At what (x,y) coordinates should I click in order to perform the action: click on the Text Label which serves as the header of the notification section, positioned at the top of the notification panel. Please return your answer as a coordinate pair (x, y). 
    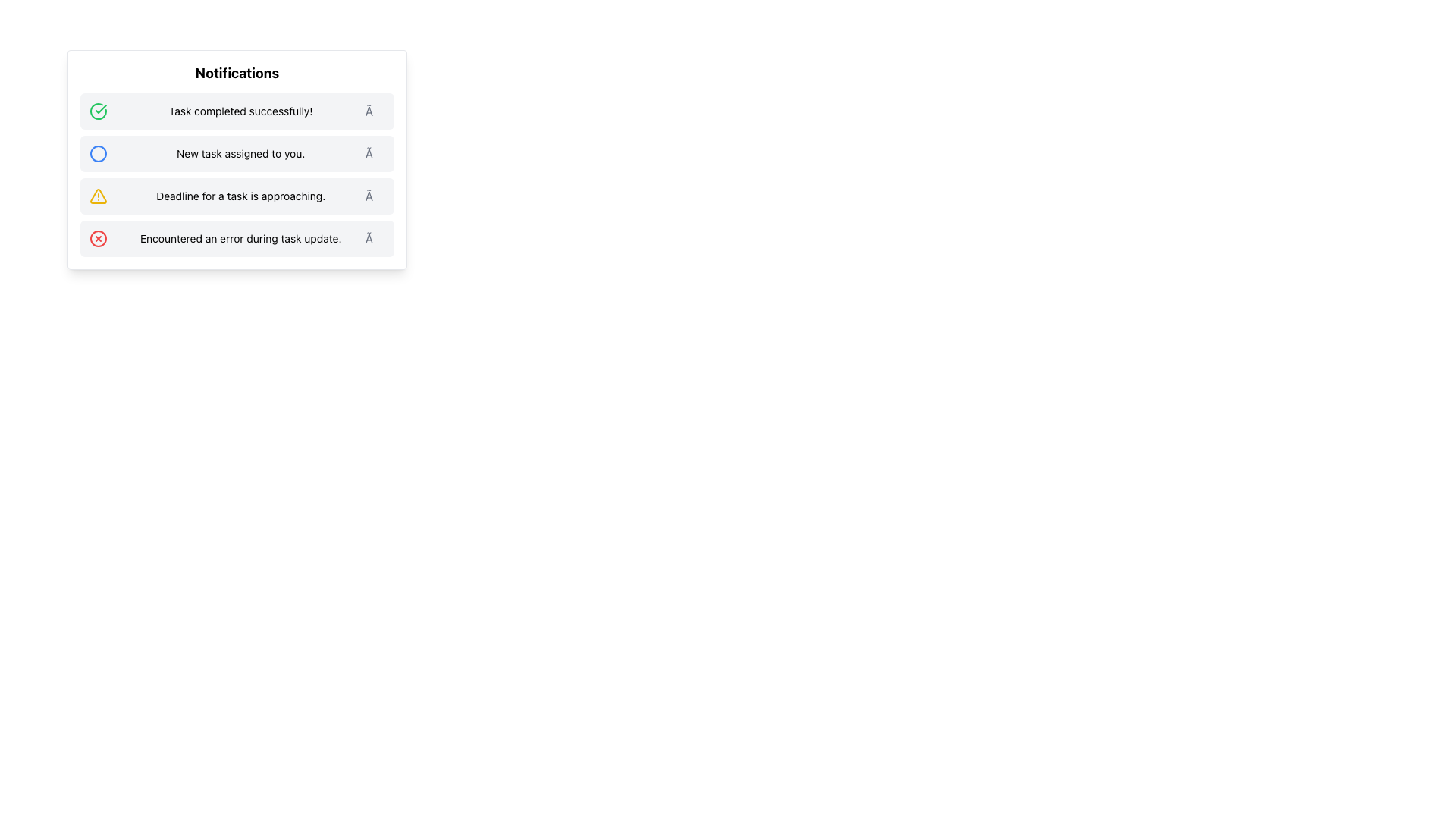
    Looking at the image, I should click on (236, 73).